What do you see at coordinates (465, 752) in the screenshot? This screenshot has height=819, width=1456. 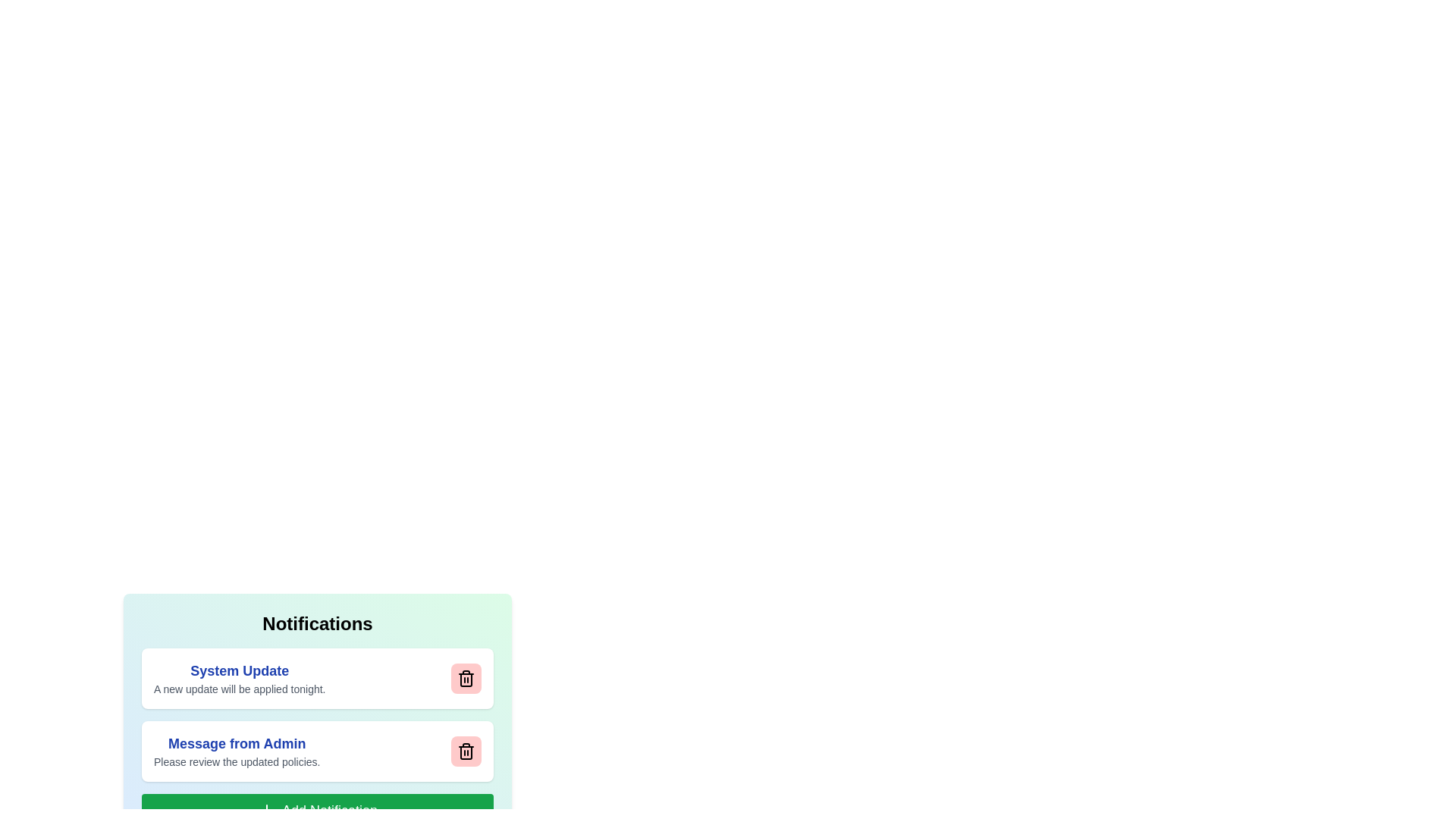 I see `delete button for the notification titled 'Message from Admin'` at bounding box center [465, 752].